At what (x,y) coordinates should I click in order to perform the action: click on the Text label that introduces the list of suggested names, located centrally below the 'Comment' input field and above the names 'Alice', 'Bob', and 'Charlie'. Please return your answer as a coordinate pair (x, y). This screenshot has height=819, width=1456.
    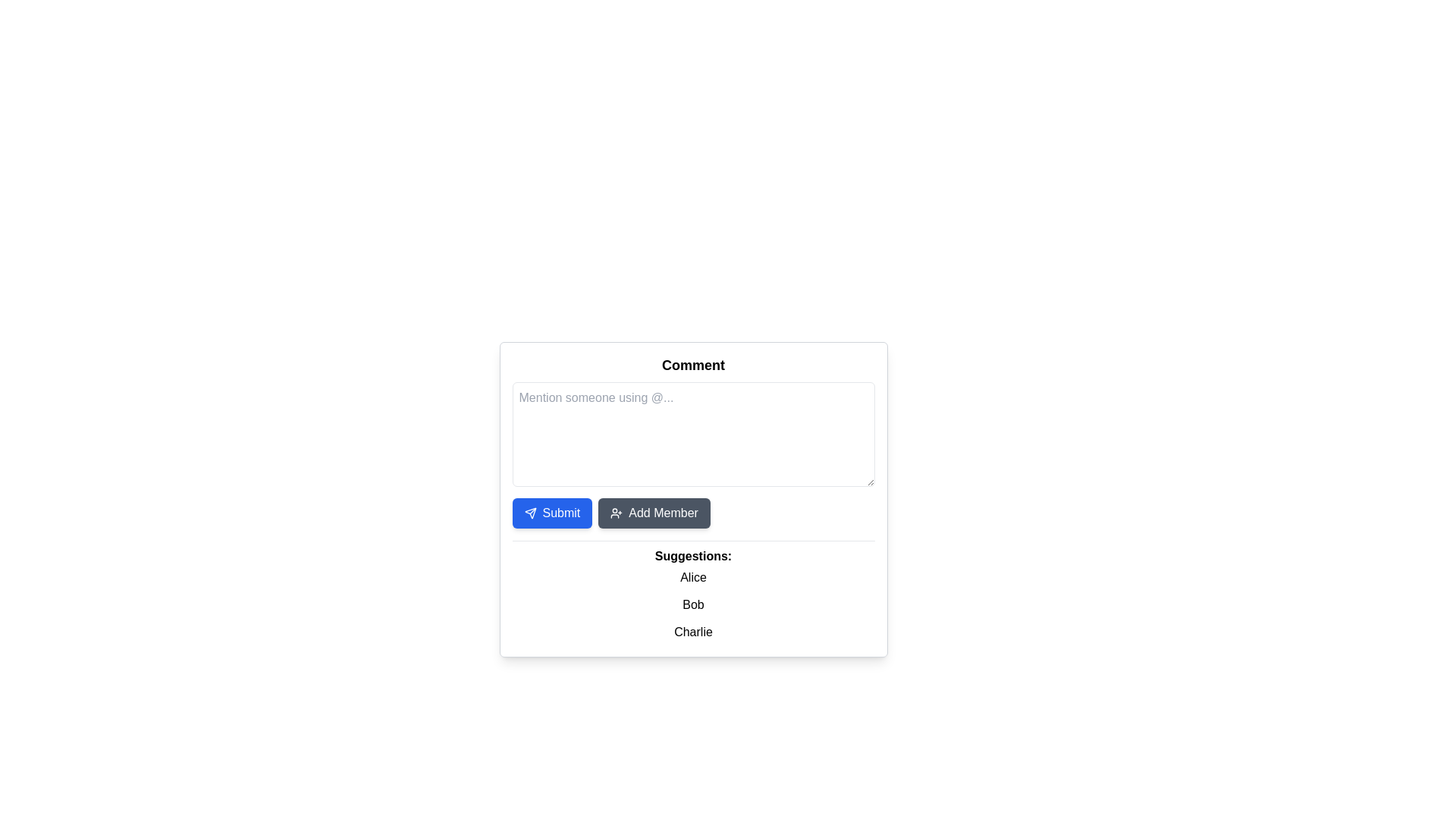
    Looking at the image, I should click on (692, 556).